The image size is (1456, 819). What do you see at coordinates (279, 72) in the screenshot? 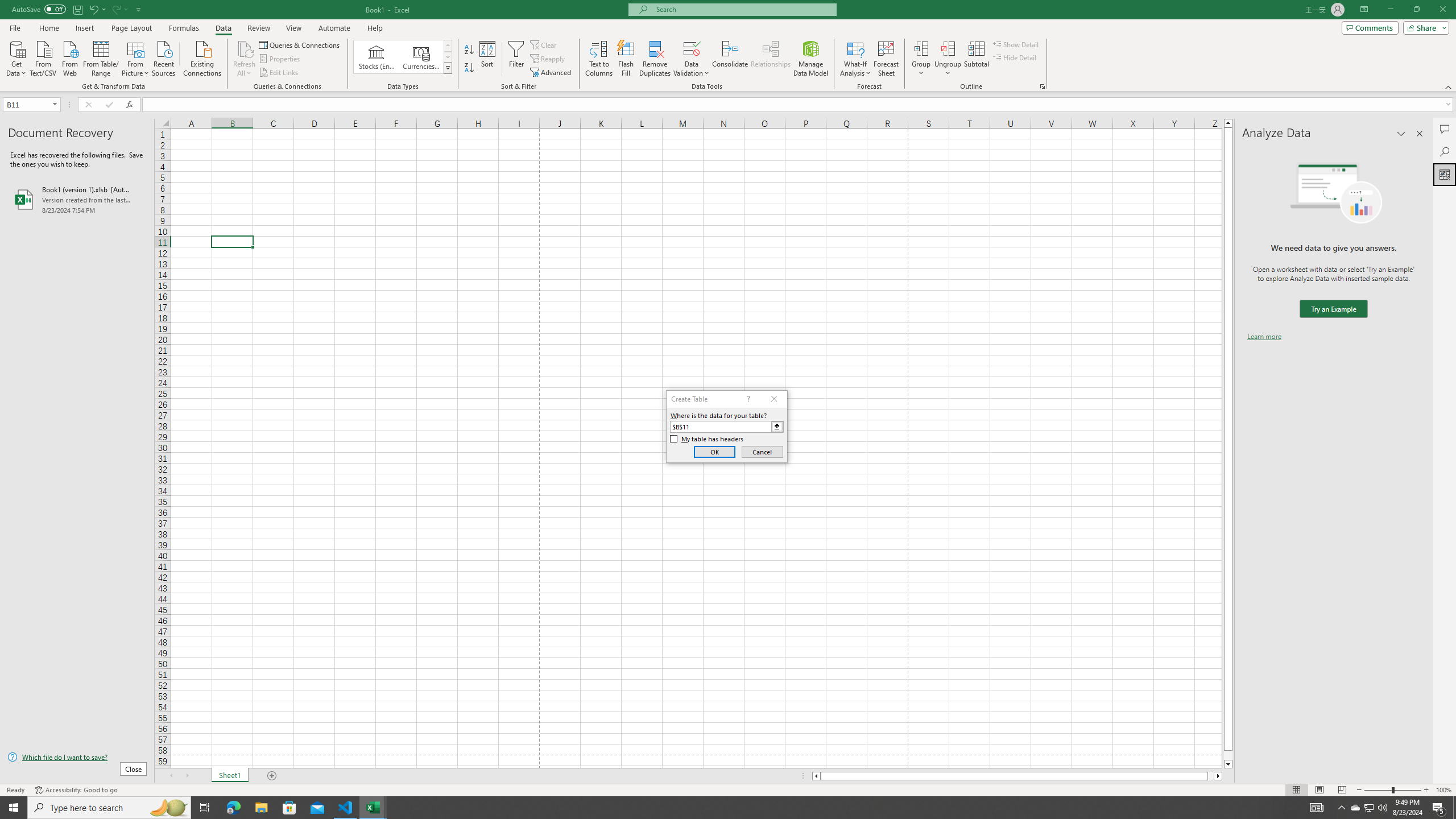
I see `'Edit Links'` at bounding box center [279, 72].